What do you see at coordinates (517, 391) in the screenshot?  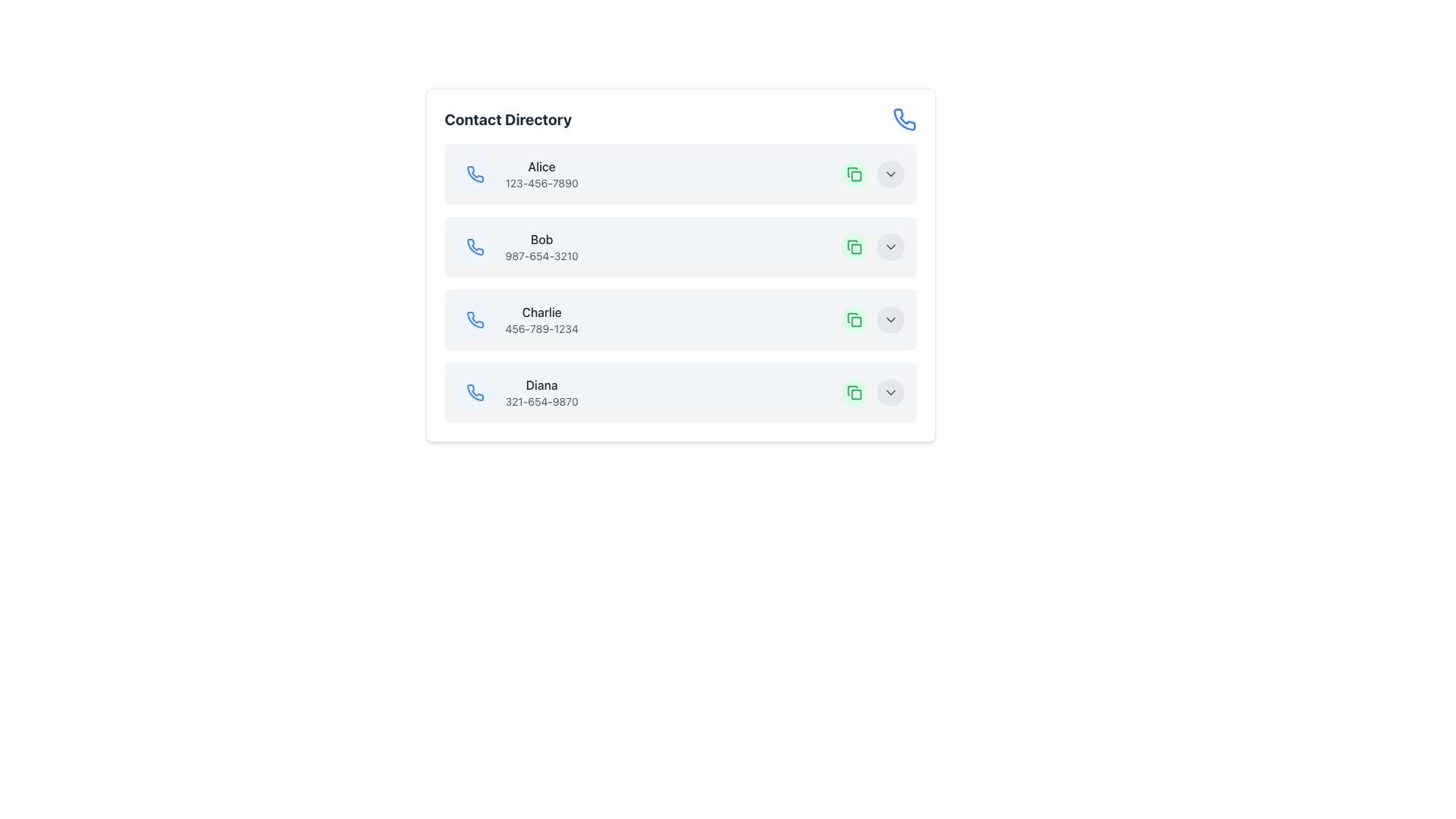 I see `the Contact Information Row for 'Diana', which includes a phone icon and the phone number '321-654-9870', positioned as the fourth entry in the contact directory interface` at bounding box center [517, 391].